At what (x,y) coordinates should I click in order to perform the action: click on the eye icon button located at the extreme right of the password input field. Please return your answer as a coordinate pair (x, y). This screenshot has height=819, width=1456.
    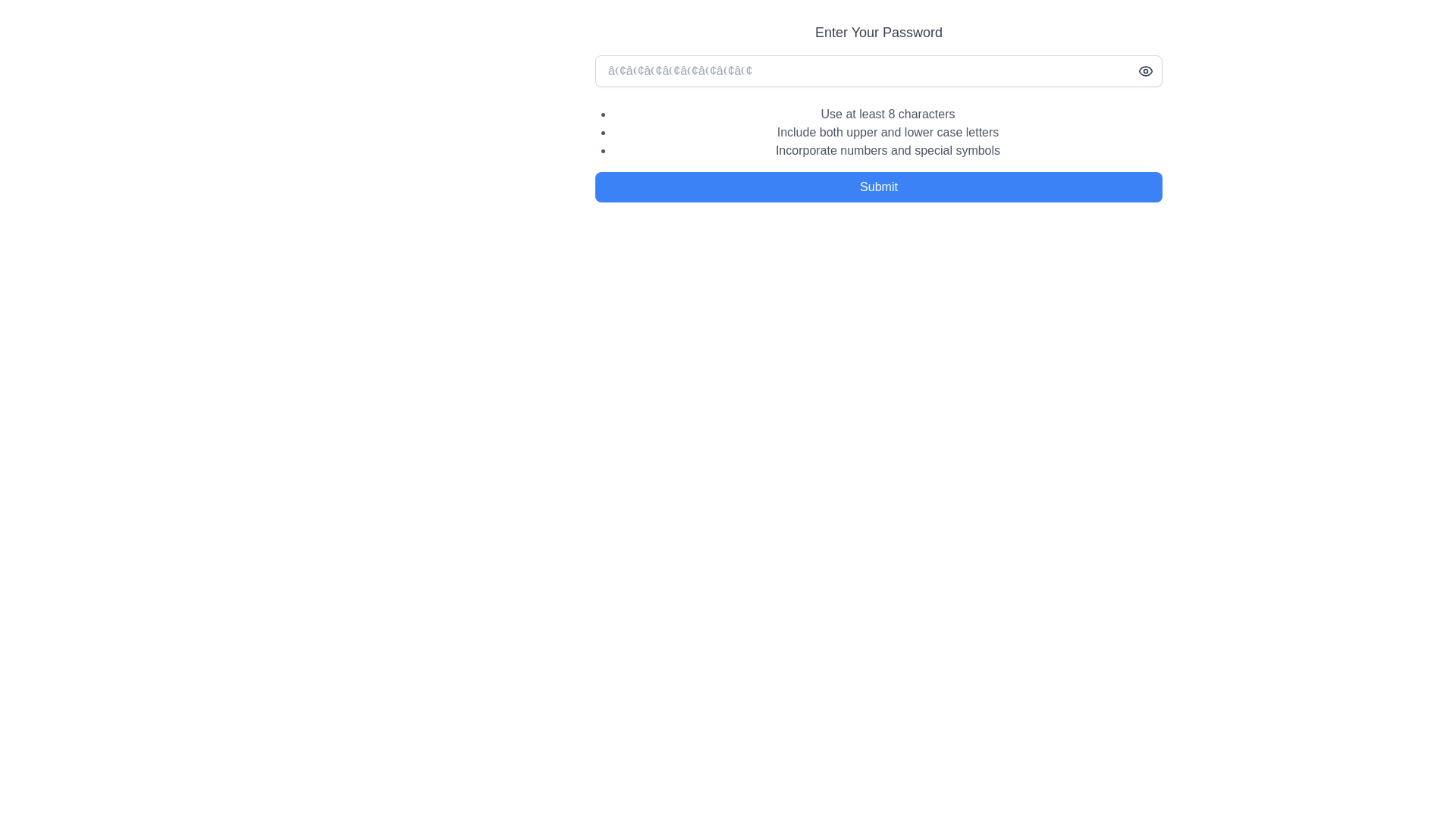
    Looking at the image, I should click on (1146, 71).